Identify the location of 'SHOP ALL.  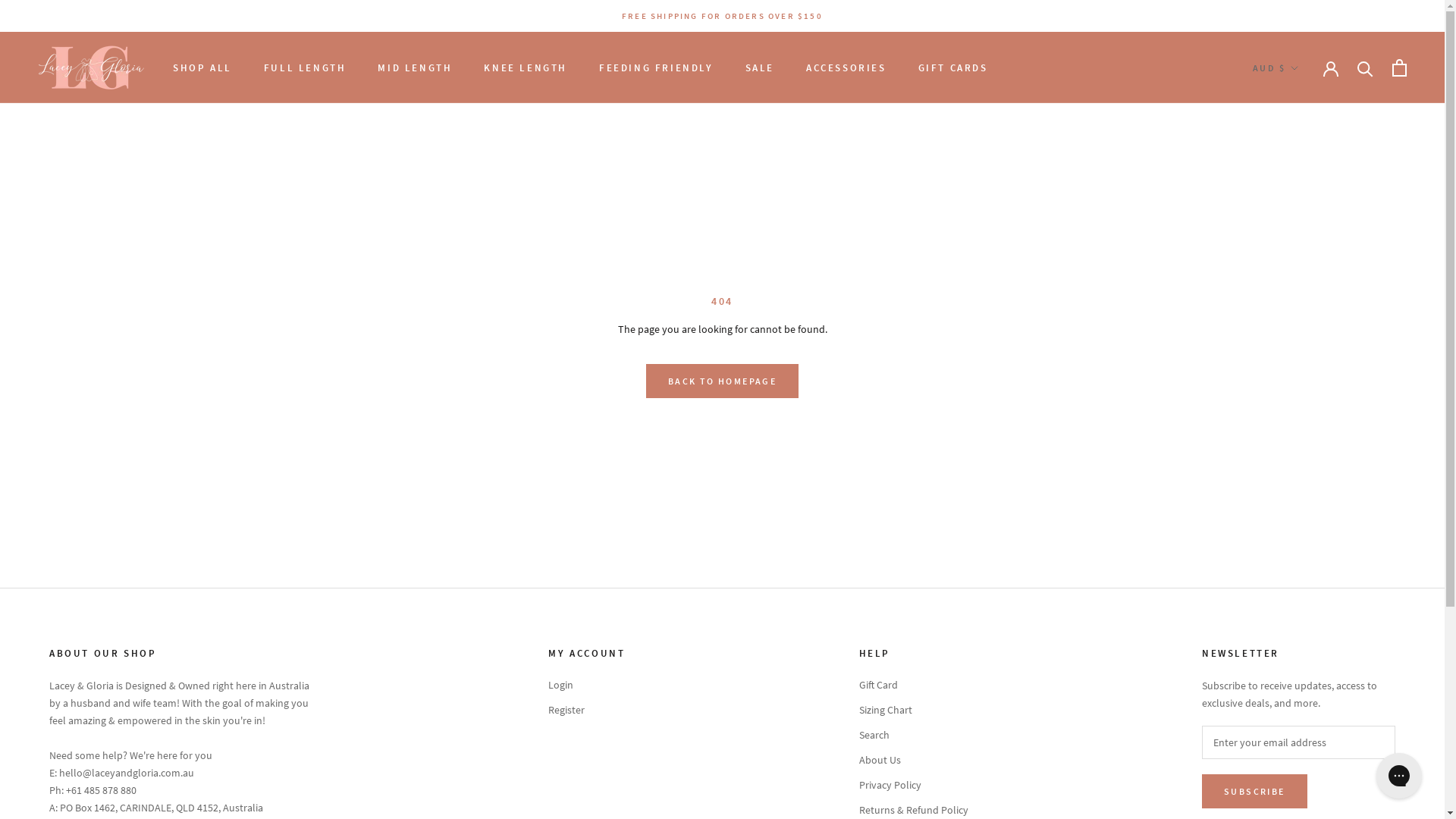
(172, 67).